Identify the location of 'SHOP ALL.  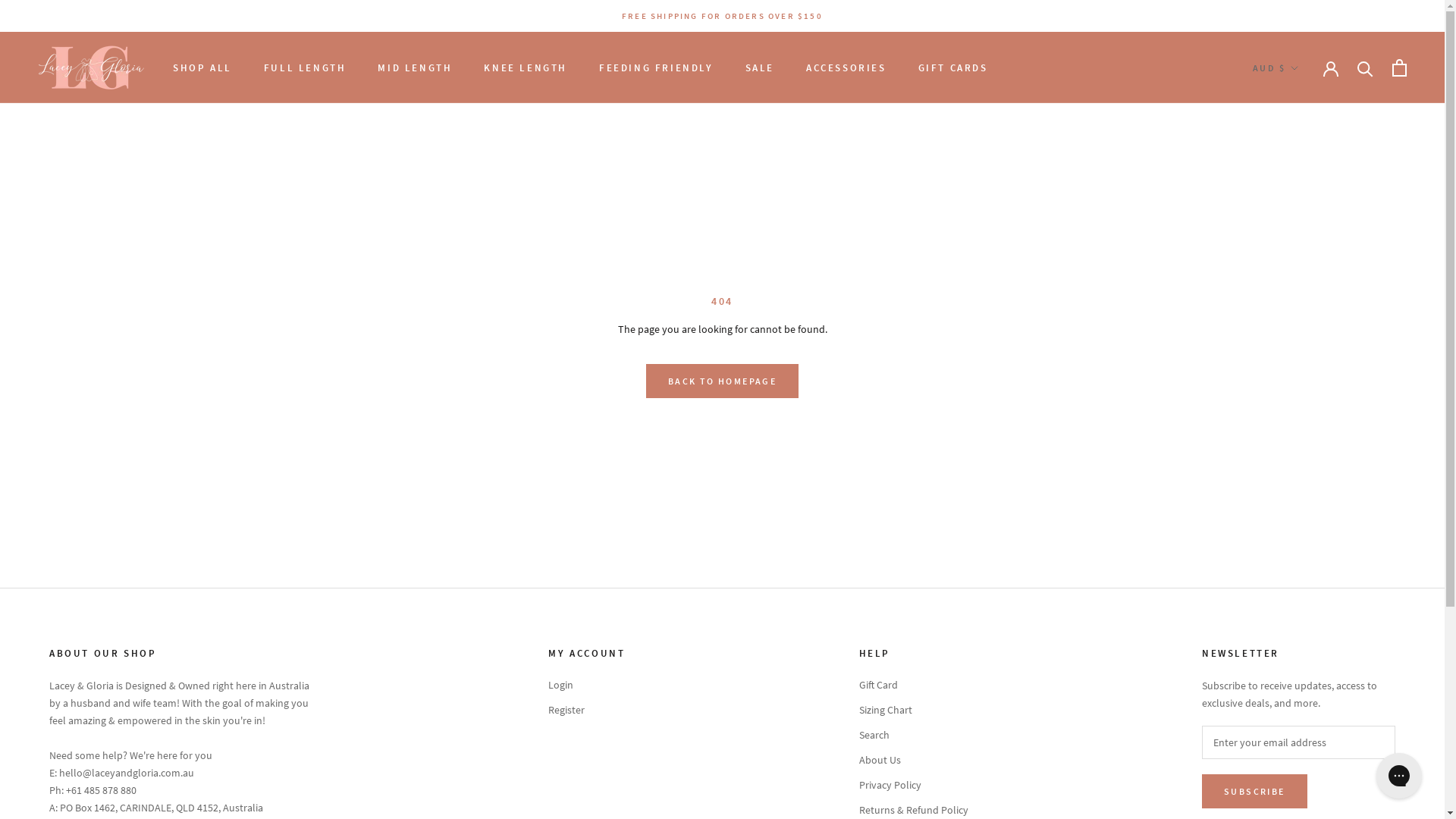
(172, 67).